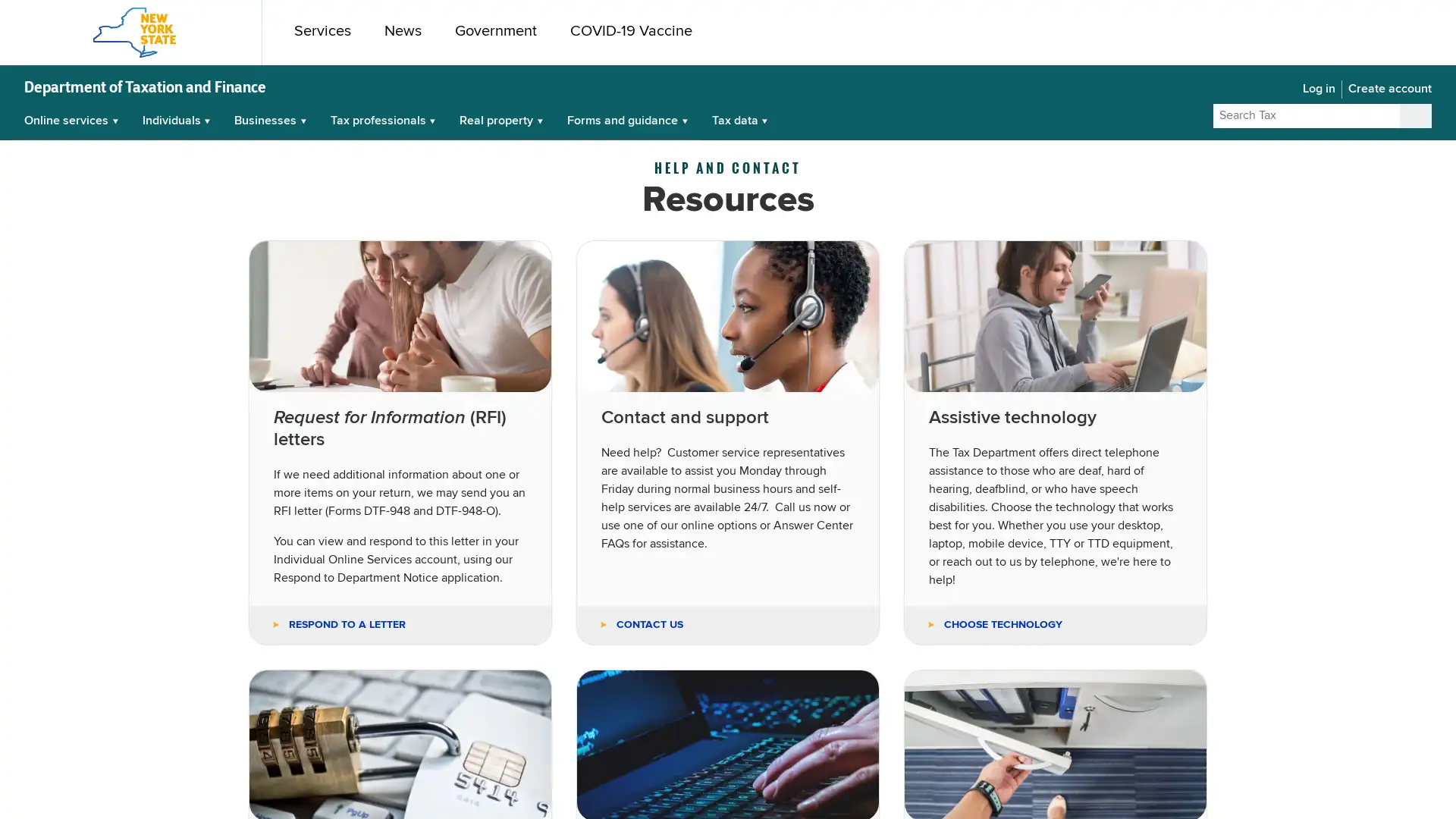 The width and height of the screenshot is (1456, 819). I want to click on Search Tax, so click(1414, 115).